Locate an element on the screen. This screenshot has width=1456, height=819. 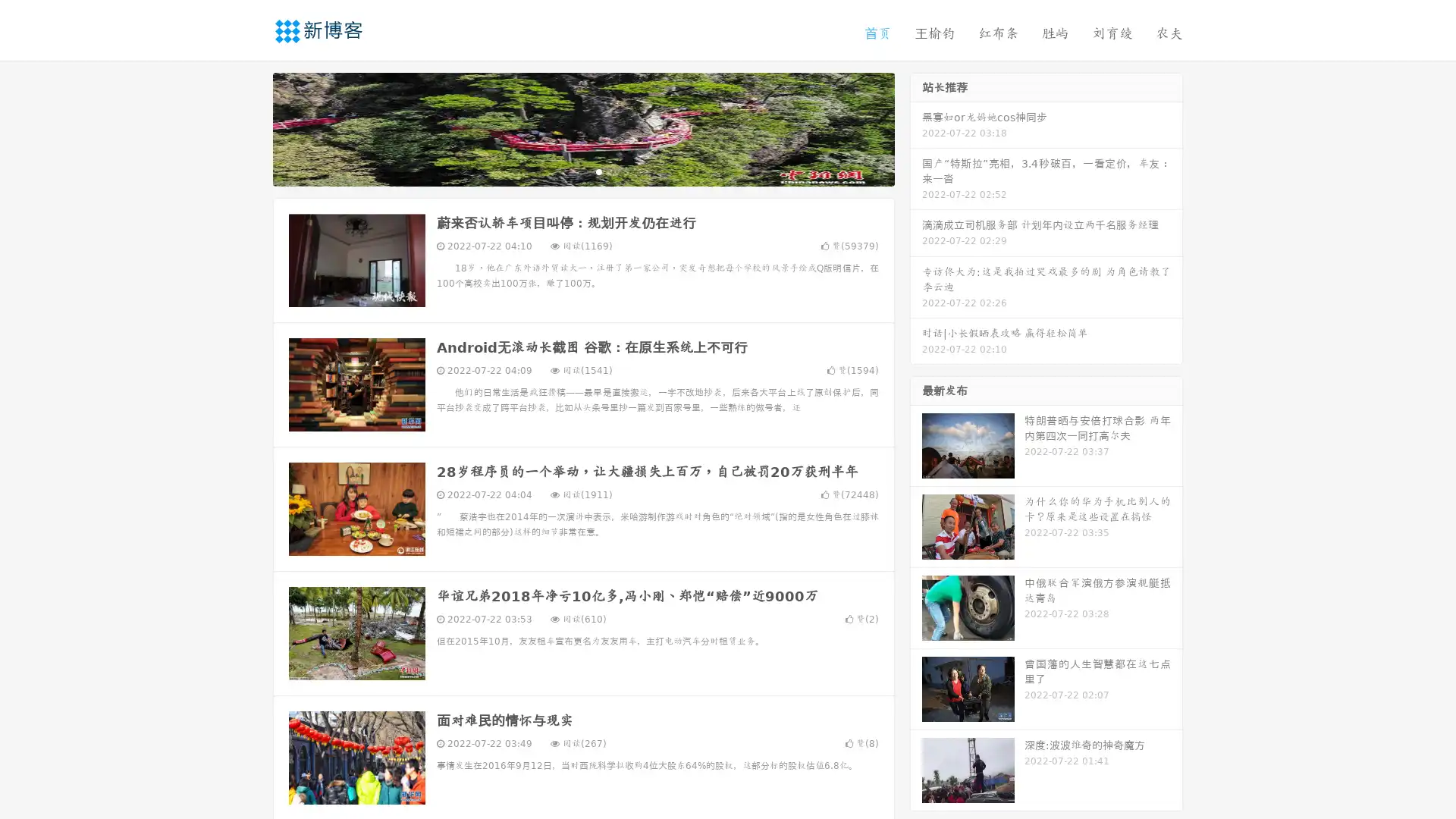
Go to slide 1 is located at coordinates (567, 171).